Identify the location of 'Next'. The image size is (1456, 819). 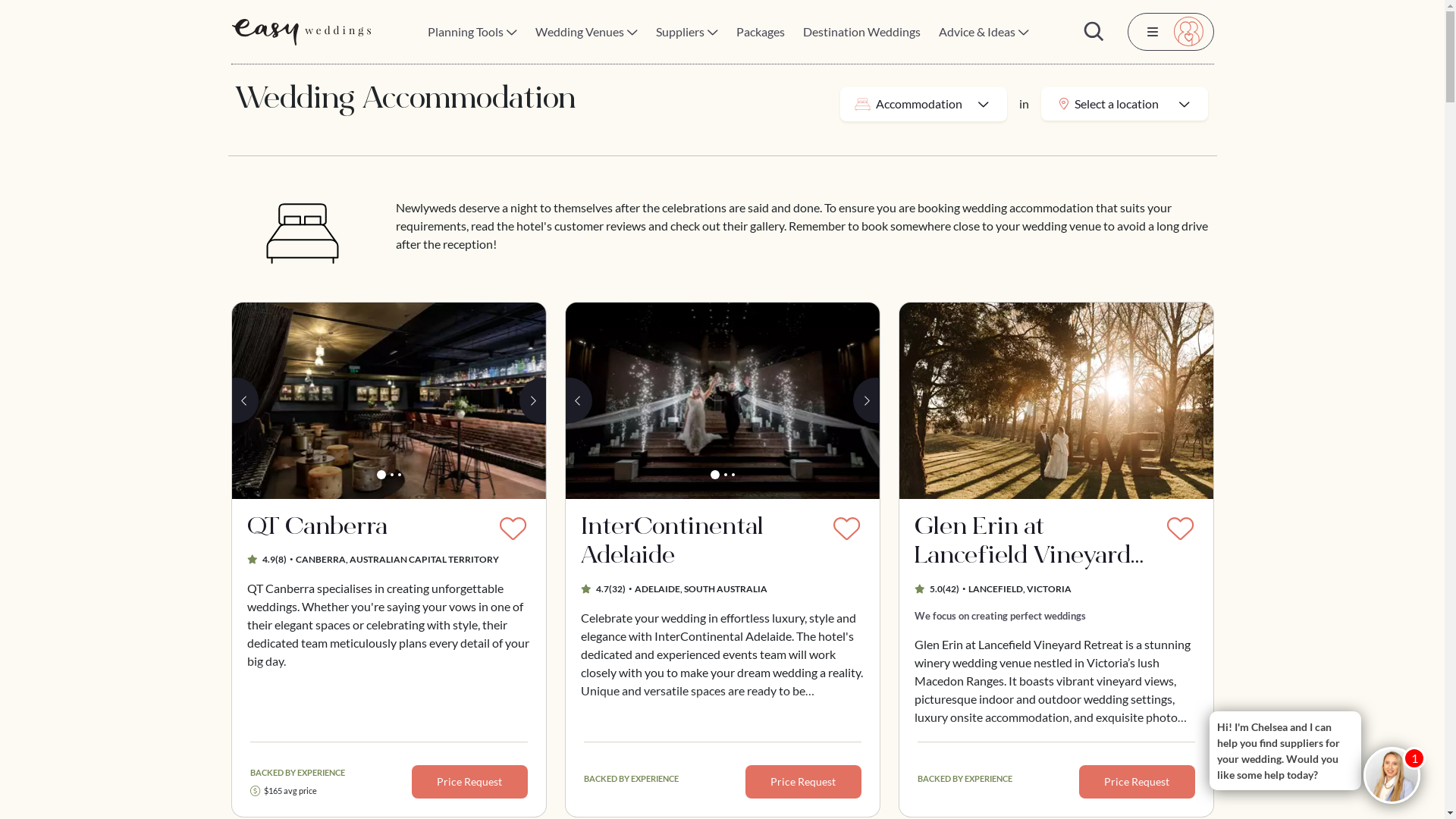
(865, 400).